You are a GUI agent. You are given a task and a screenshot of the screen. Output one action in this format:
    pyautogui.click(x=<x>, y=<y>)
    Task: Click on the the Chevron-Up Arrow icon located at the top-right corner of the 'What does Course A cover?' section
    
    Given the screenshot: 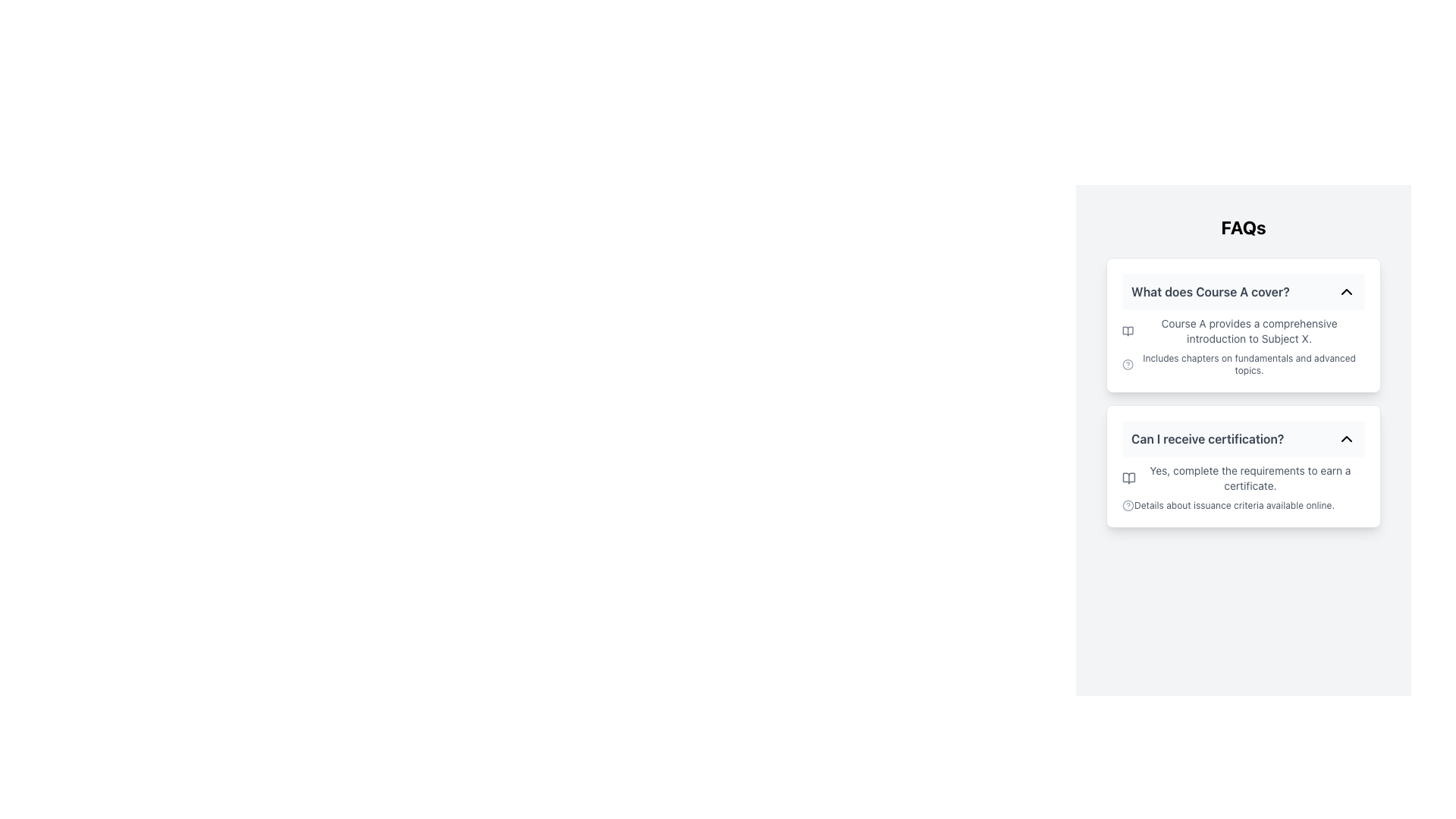 What is the action you would take?
    pyautogui.click(x=1347, y=292)
    